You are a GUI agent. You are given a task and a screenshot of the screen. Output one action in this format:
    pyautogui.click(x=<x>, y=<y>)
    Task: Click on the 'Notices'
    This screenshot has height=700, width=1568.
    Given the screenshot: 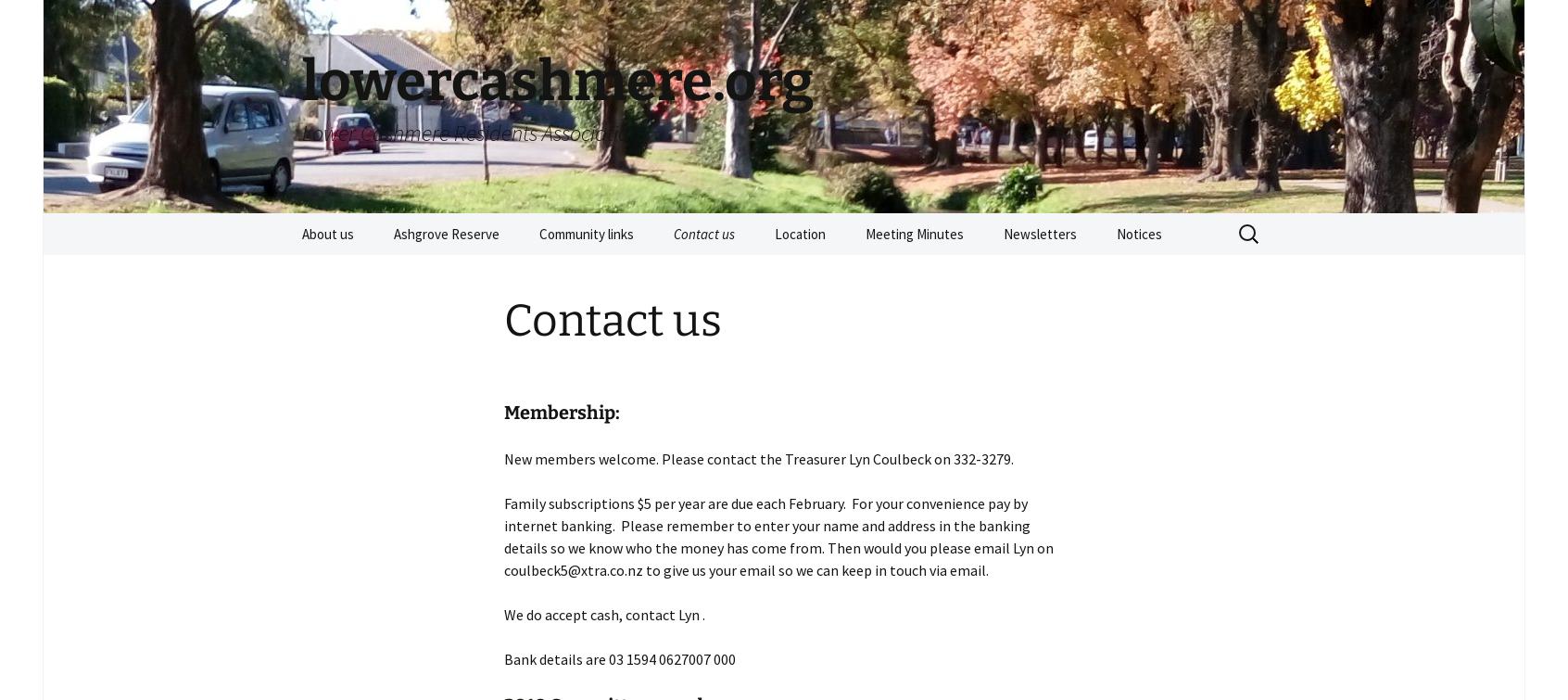 What is the action you would take?
    pyautogui.click(x=1139, y=234)
    